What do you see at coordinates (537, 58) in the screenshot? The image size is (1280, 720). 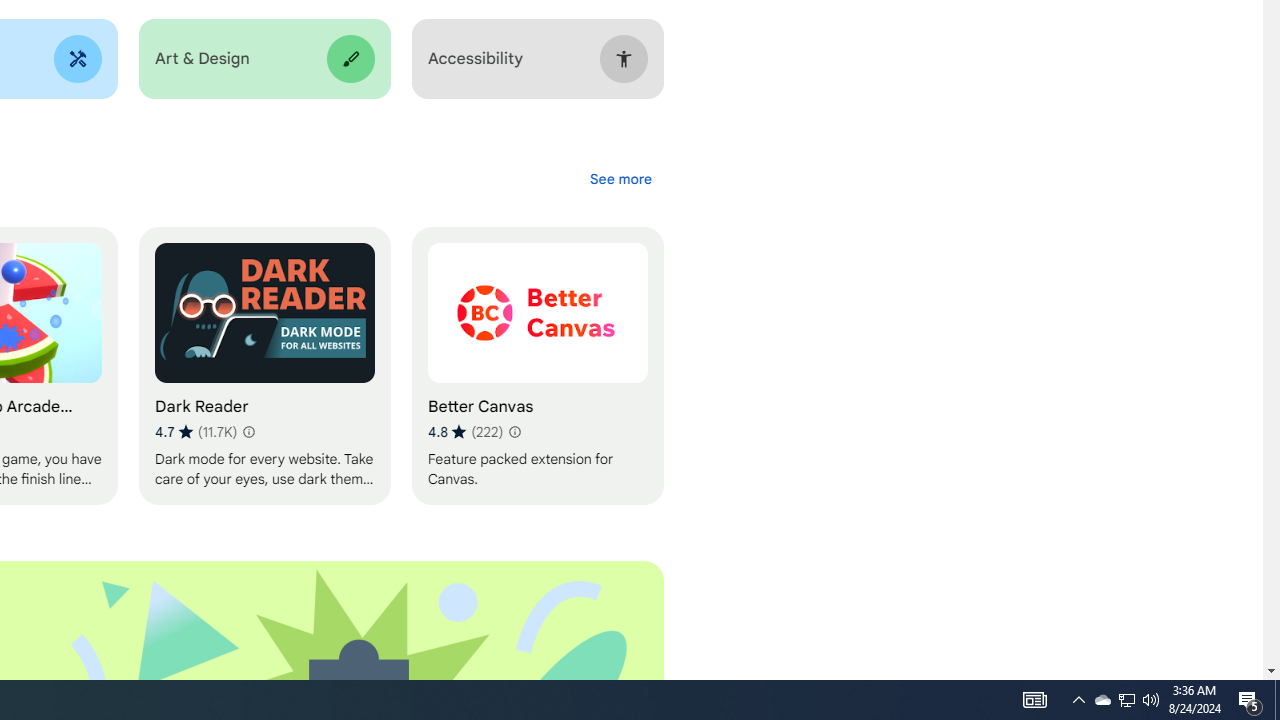 I see `'Accessibility'` at bounding box center [537, 58].